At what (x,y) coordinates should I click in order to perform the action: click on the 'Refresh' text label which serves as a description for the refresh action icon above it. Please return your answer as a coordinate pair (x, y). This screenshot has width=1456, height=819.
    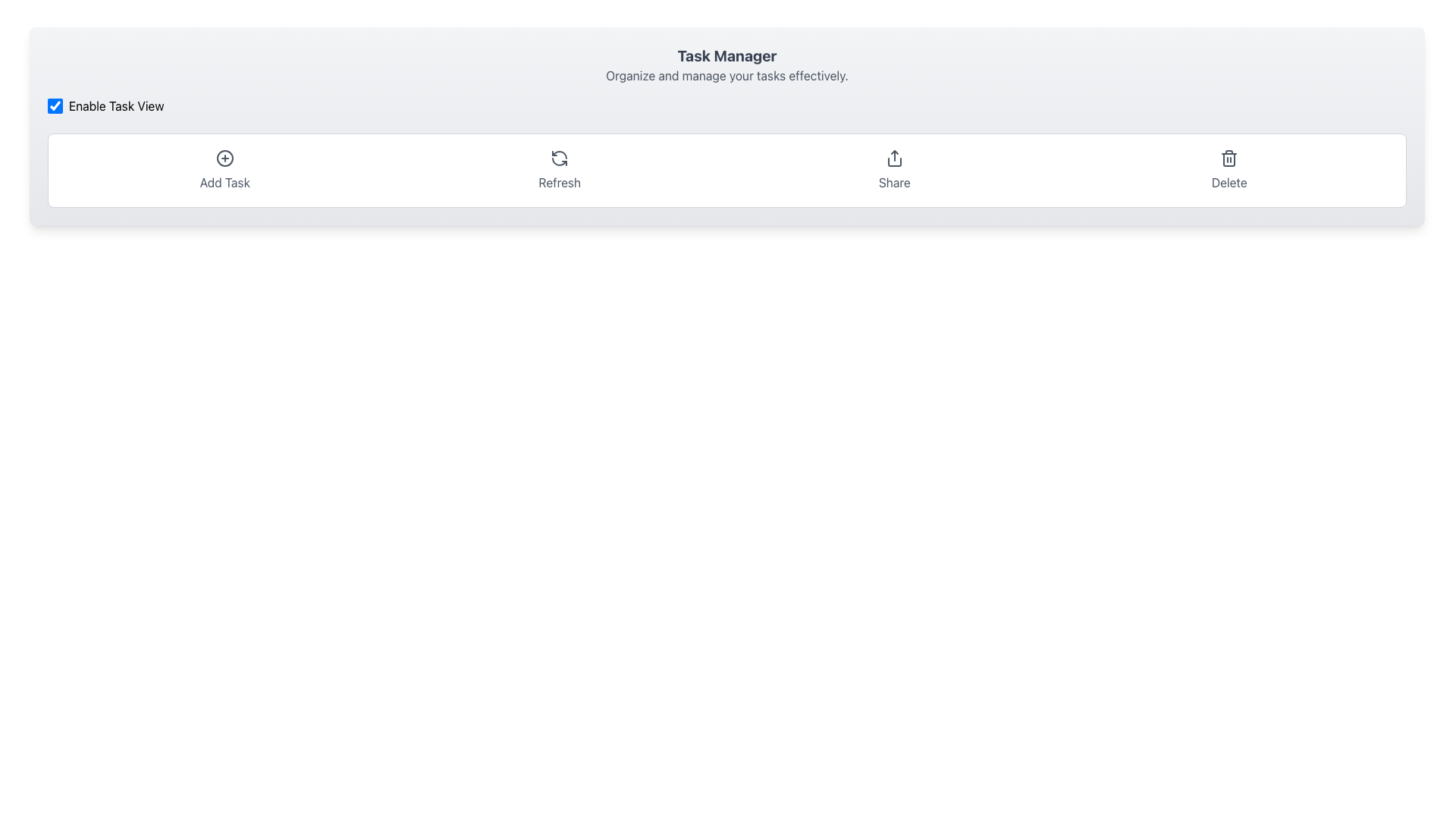
    Looking at the image, I should click on (559, 181).